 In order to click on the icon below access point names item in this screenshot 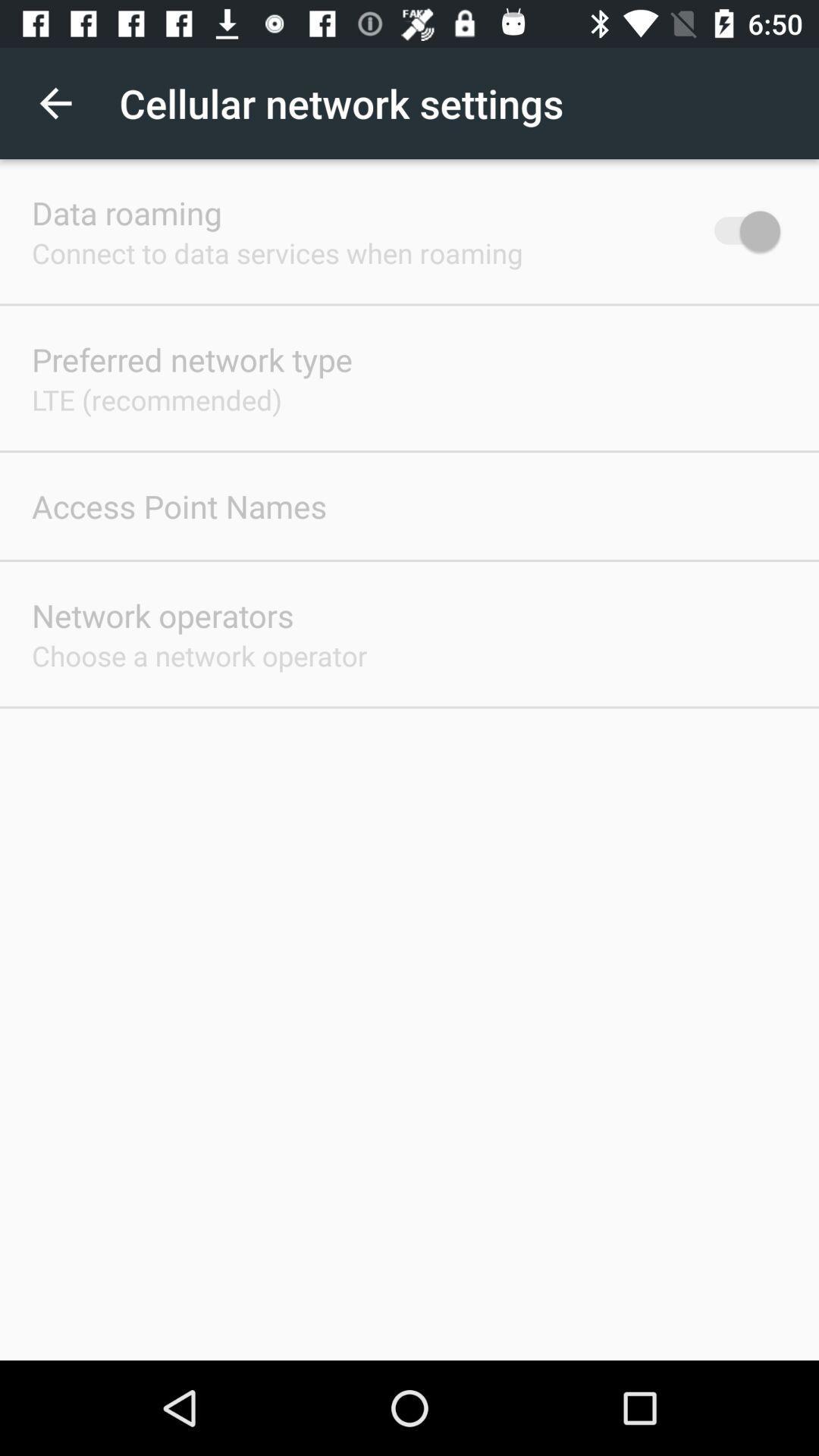, I will do `click(162, 615)`.